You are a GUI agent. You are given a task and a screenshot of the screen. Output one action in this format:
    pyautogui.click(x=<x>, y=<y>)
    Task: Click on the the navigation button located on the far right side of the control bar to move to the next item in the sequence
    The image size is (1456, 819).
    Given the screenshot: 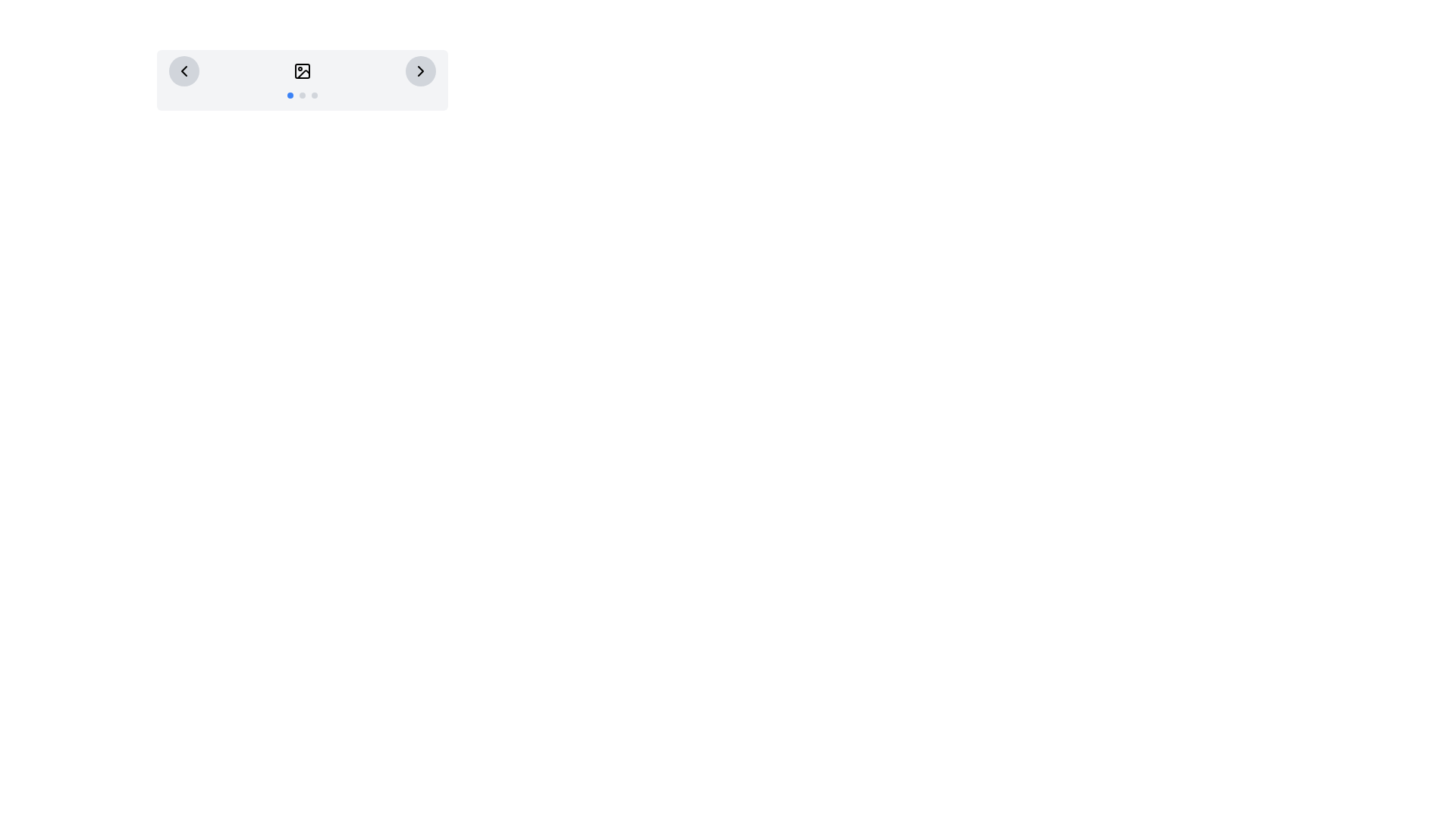 What is the action you would take?
    pyautogui.click(x=420, y=71)
    